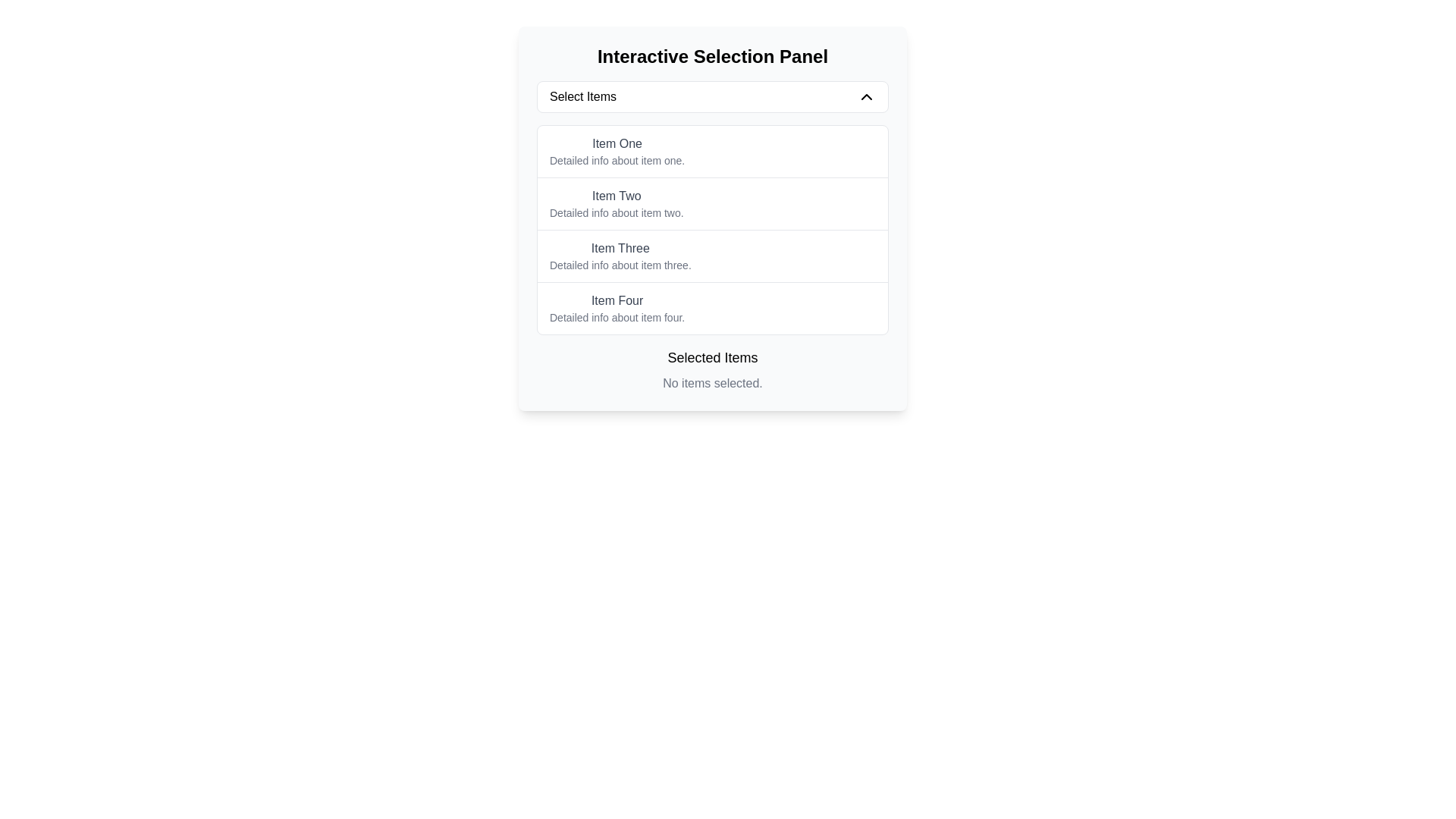  What do you see at coordinates (617, 203) in the screenshot?
I see `the second entry in the selection panel that provides details about 'Item Two.'` at bounding box center [617, 203].